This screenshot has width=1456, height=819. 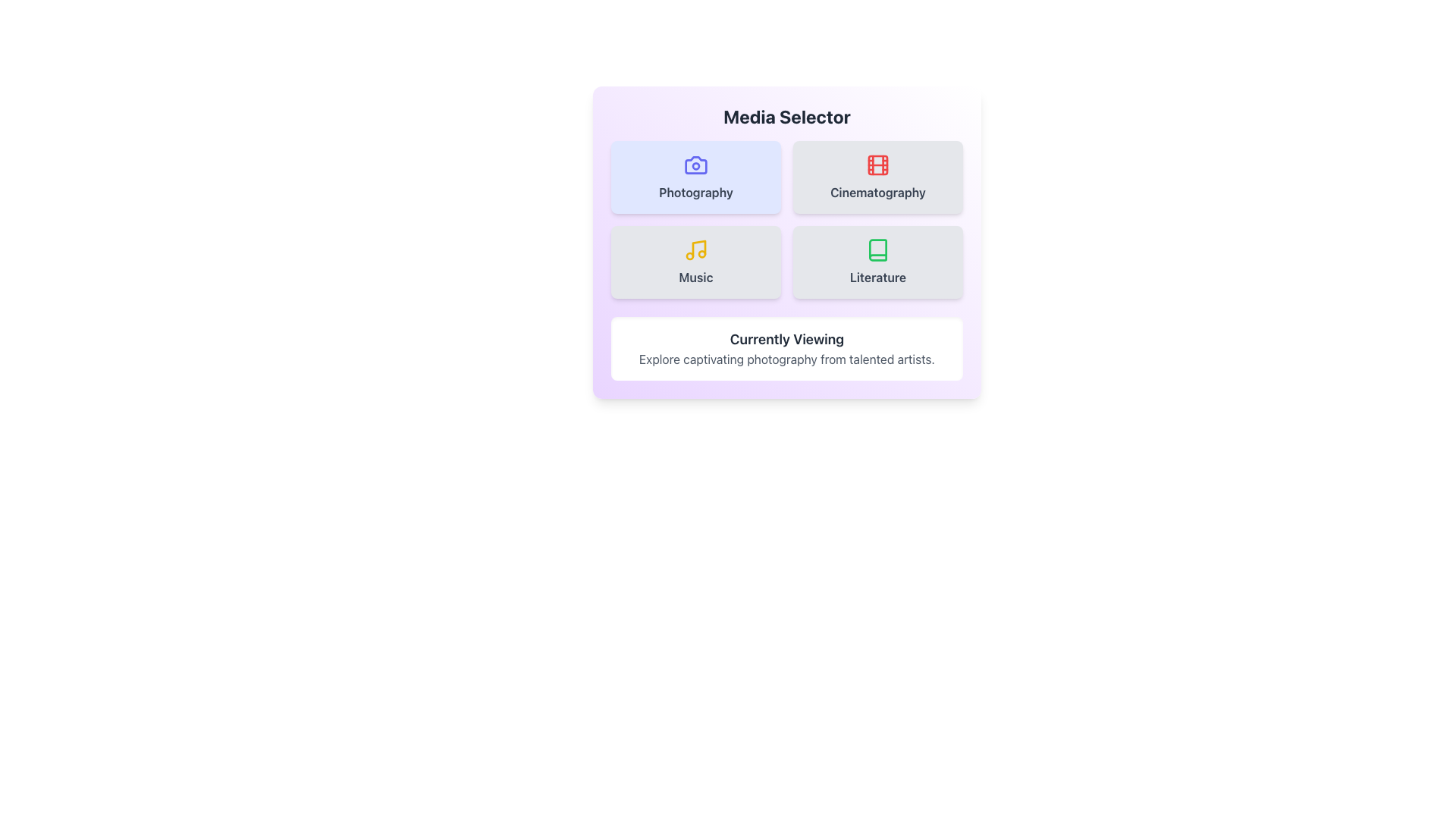 What do you see at coordinates (786, 338) in the screenshot?
I see `the bold, large-sized text label that reads 'Currently Viewing', which is dark gray and located below a grid of media buttons` at bounding box center [786, 338].